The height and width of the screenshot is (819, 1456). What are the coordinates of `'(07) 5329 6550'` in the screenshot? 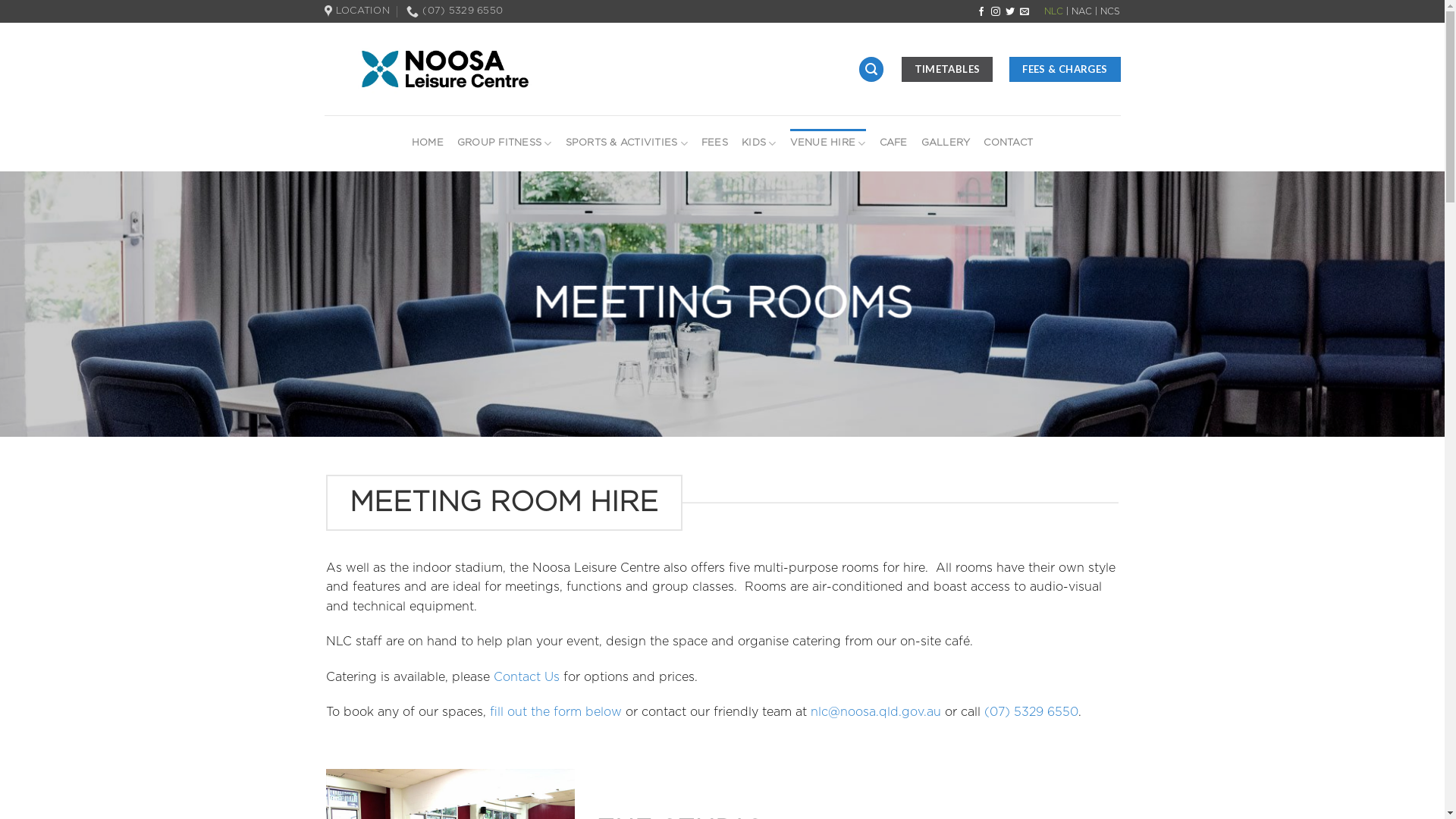 It's located at (1031, 711).